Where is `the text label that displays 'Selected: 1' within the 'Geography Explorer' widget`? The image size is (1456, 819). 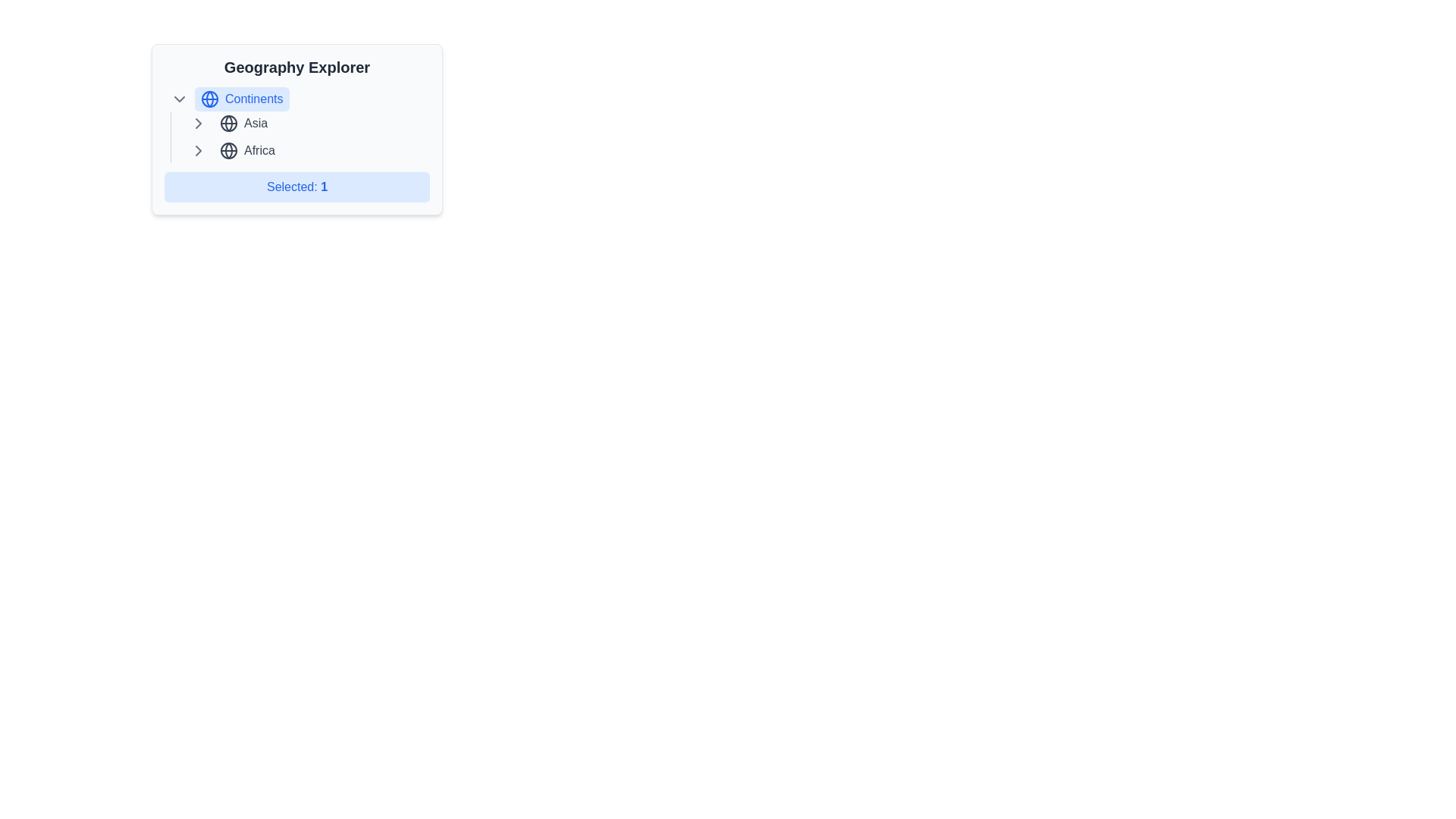 the text label that displays 'Selected: 1' within the 'Geography Explorer' widget is located at coordinates (323, 186).